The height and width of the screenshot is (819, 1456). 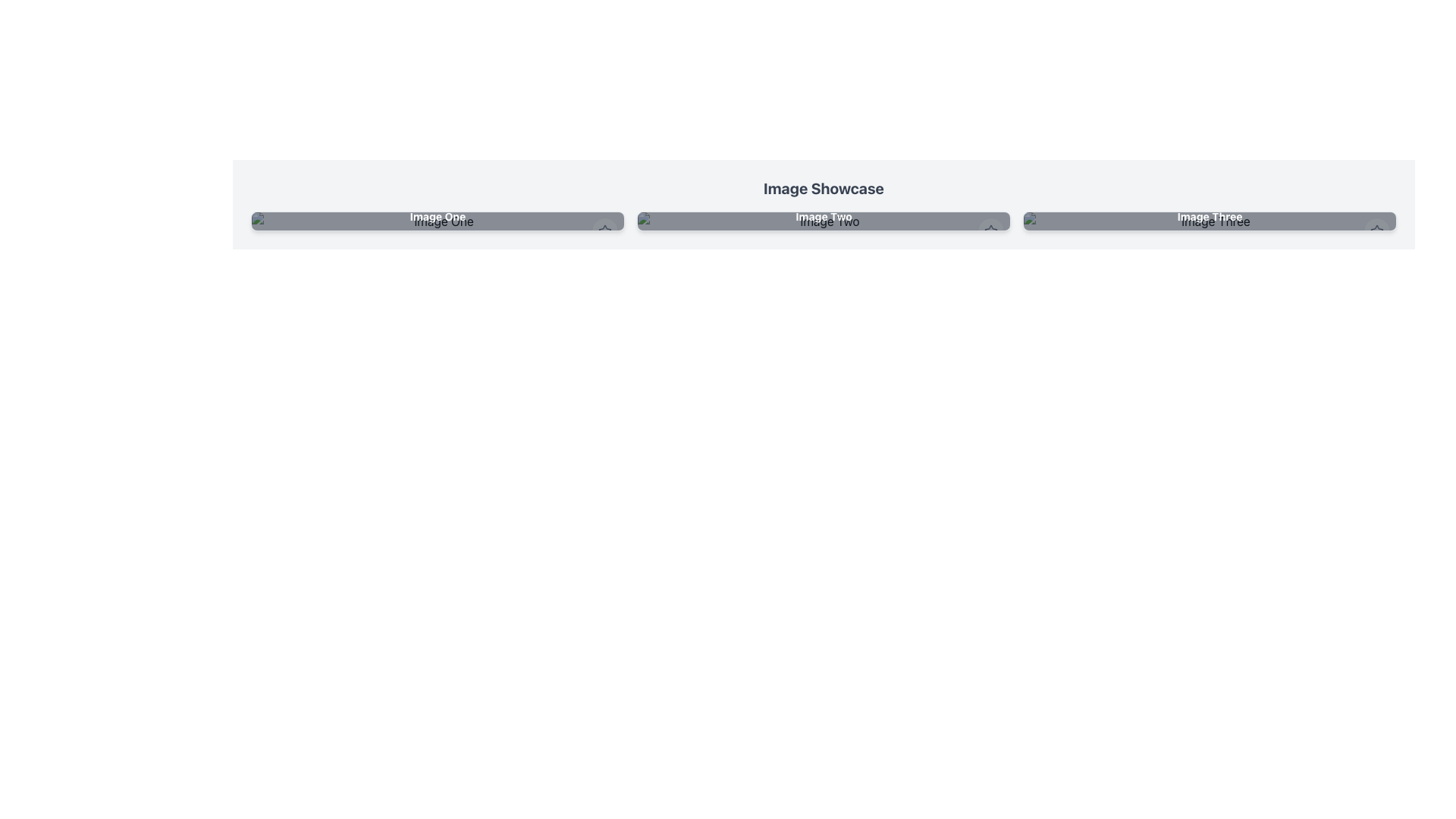 What do you see at coordinates (990, 231) in the screenshot?
I see `the inactive star-shaped Interactive Icon located to the right side of the 'Image Two' showcase section within a circular button` at bounding box center [990, 231].